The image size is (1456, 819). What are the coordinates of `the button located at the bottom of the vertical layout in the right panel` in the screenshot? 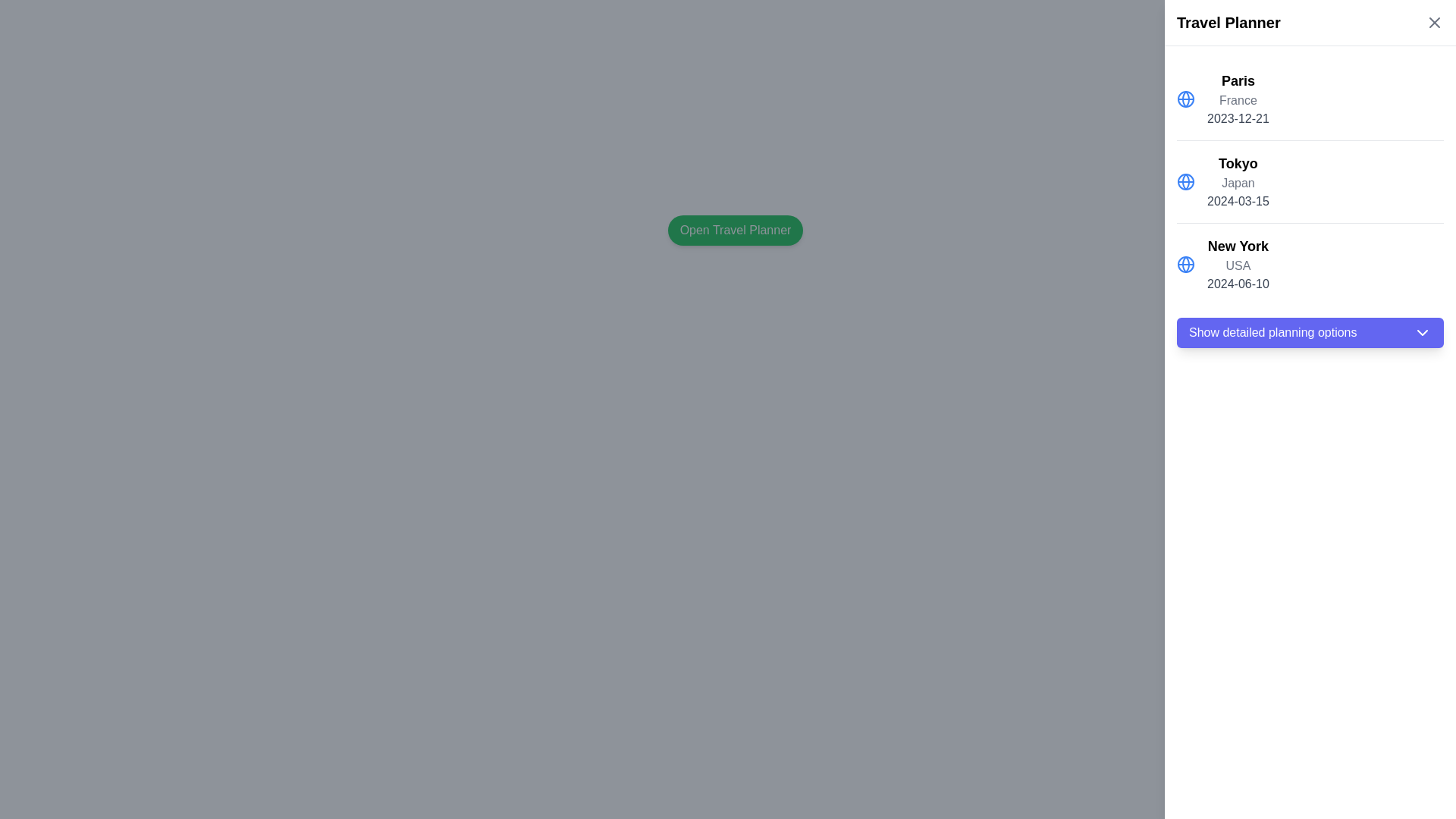 It's located at (1310, 332).